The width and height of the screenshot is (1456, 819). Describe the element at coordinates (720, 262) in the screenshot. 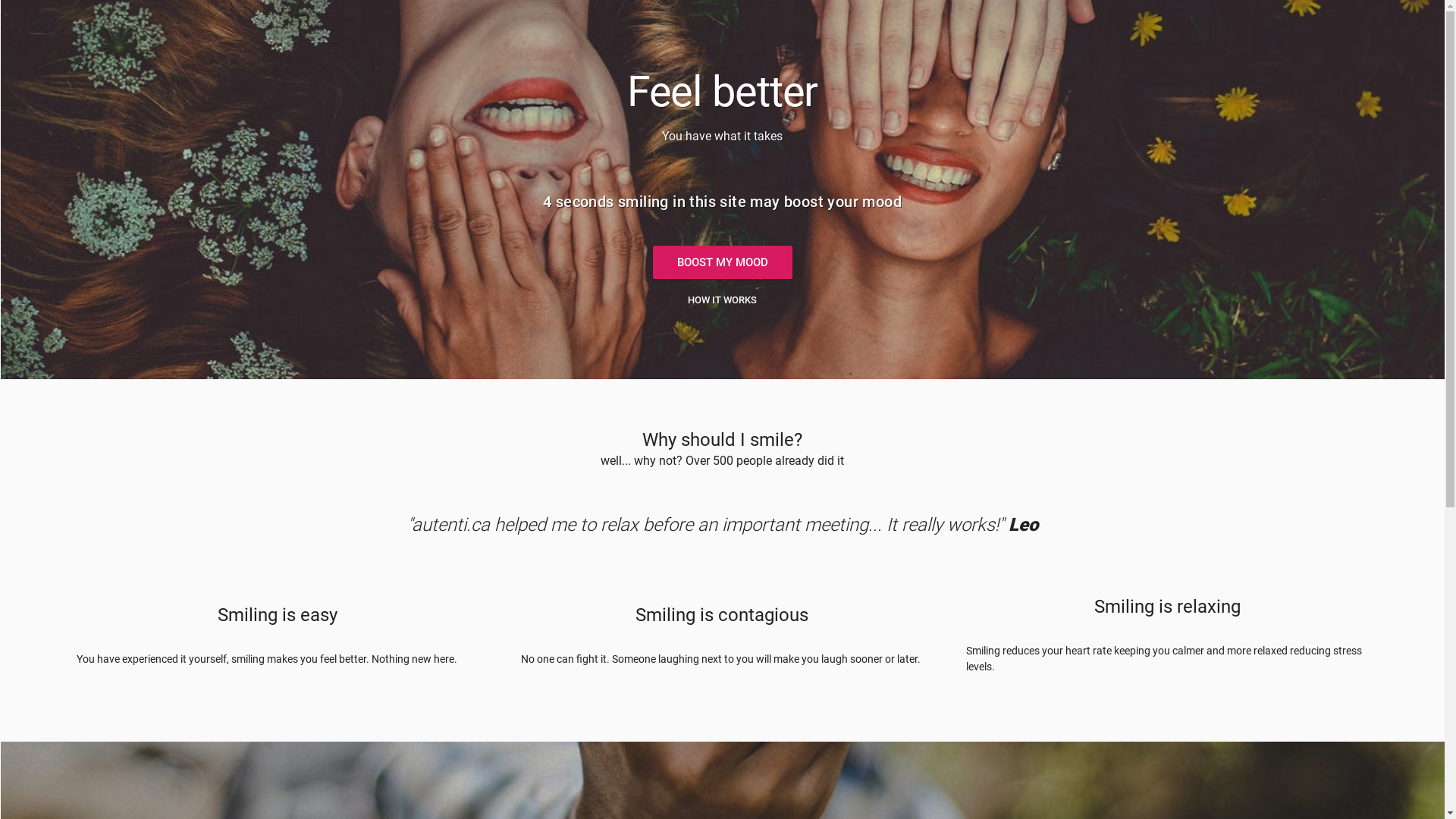

I see `'BOOST MY MOOD'` at that location.